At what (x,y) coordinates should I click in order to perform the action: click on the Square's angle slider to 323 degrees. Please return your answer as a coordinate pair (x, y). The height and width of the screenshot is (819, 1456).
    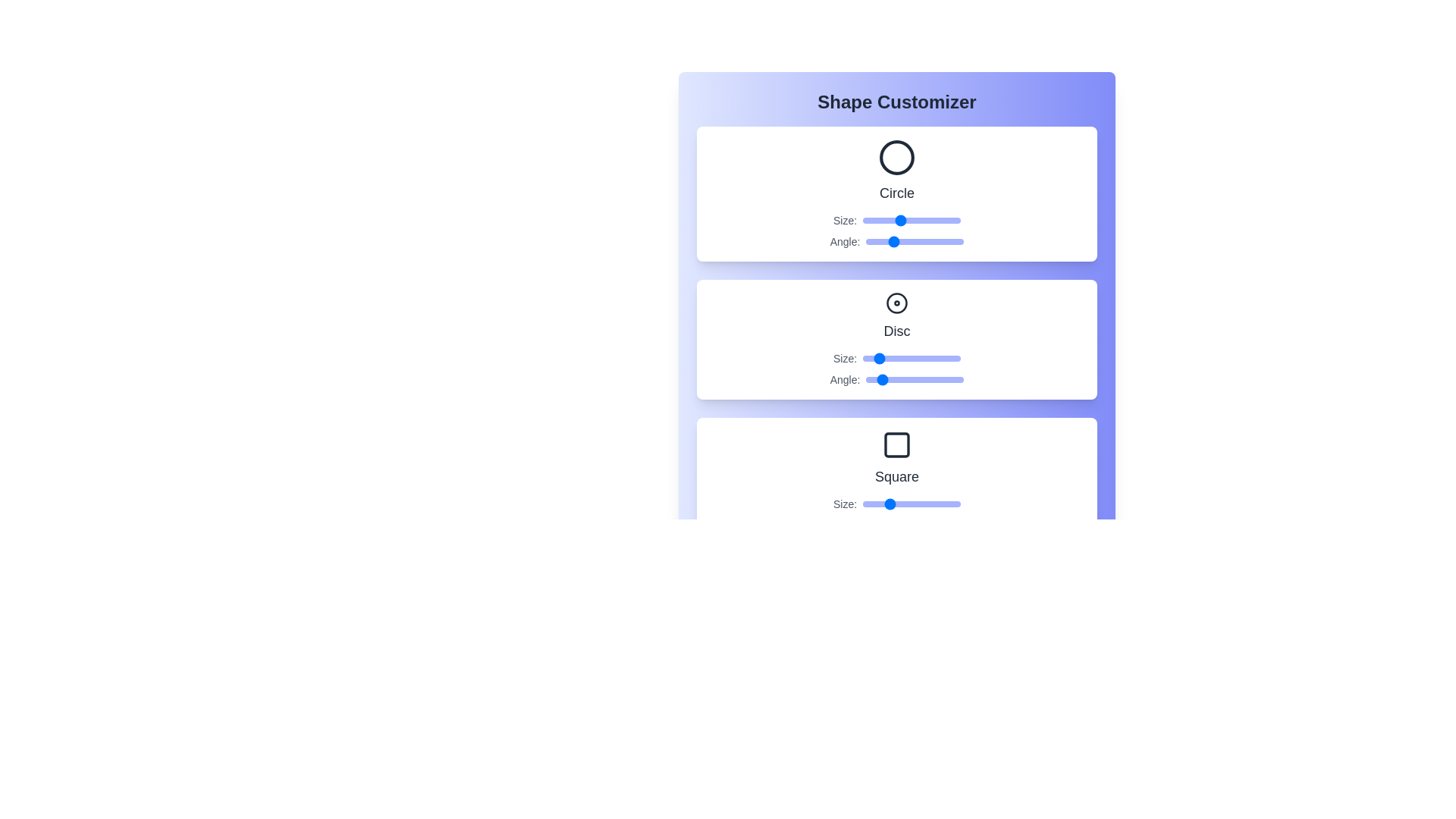
    Looking at the image, I should click on (953, 525).